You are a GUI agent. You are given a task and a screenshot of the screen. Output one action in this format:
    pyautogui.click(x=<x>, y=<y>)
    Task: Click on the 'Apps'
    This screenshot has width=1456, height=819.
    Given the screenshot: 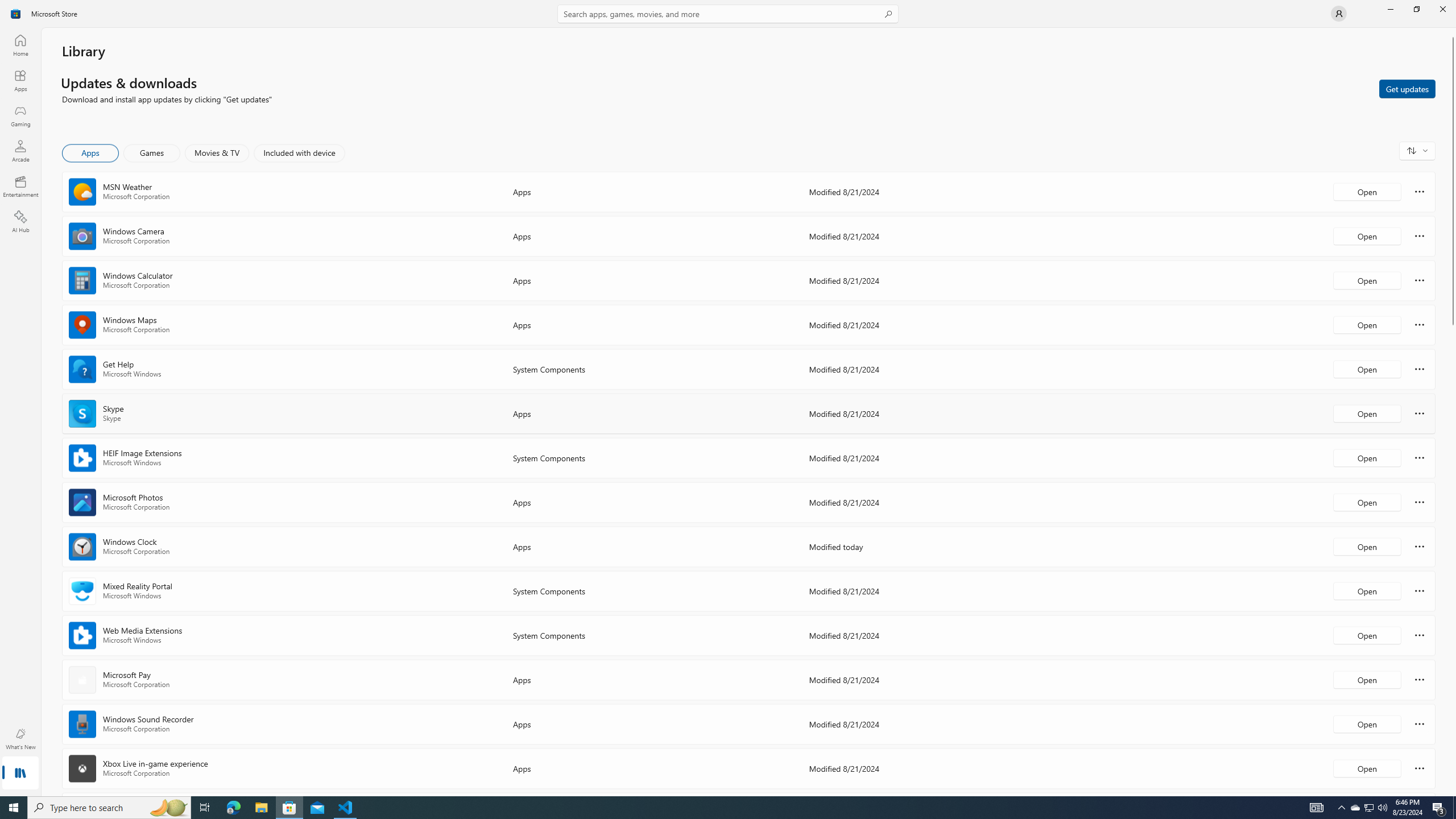 What is the action you would take?
    pyautogui.click(x=19, y=80)
    